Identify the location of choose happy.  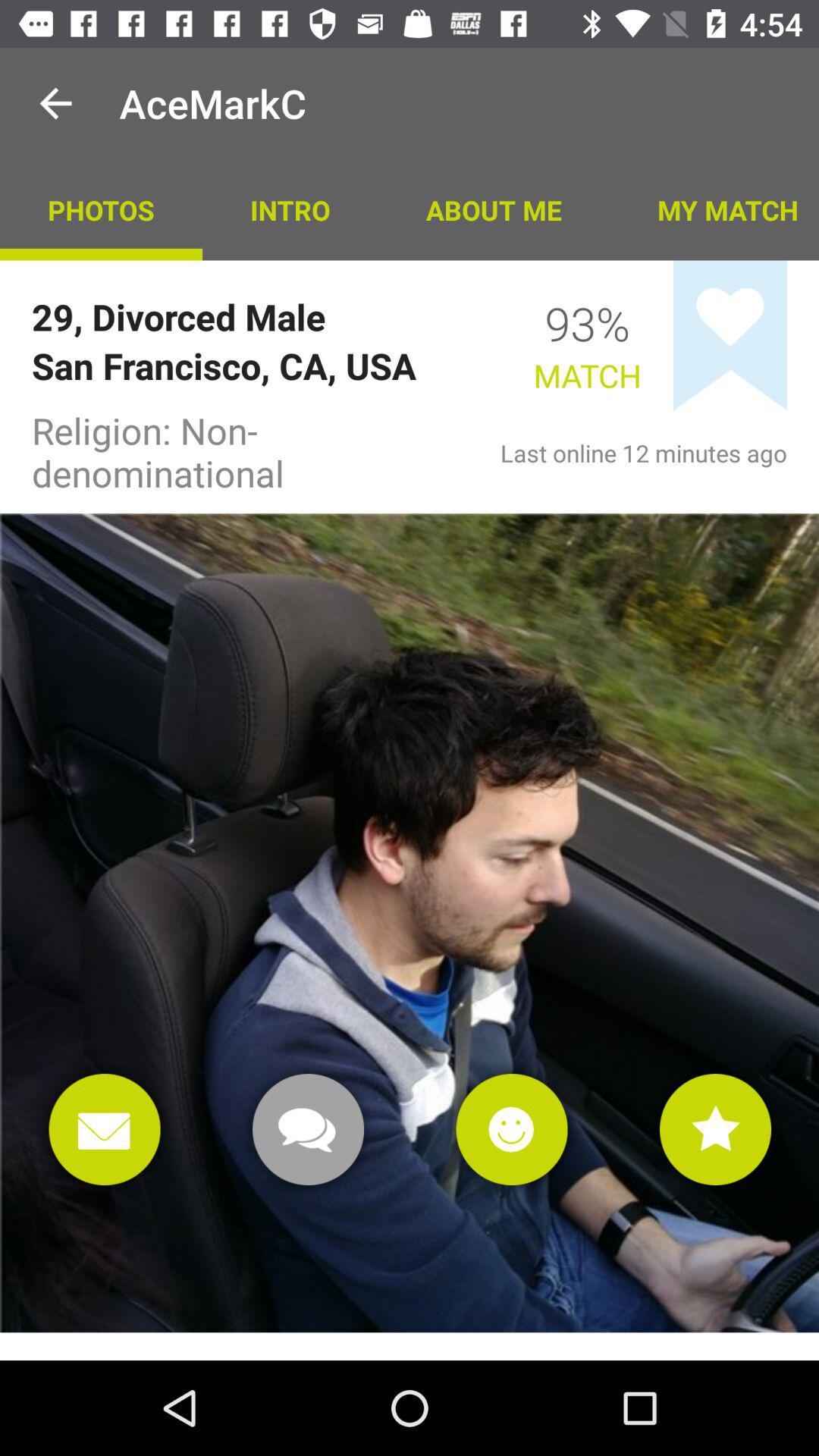
(512, 1129).